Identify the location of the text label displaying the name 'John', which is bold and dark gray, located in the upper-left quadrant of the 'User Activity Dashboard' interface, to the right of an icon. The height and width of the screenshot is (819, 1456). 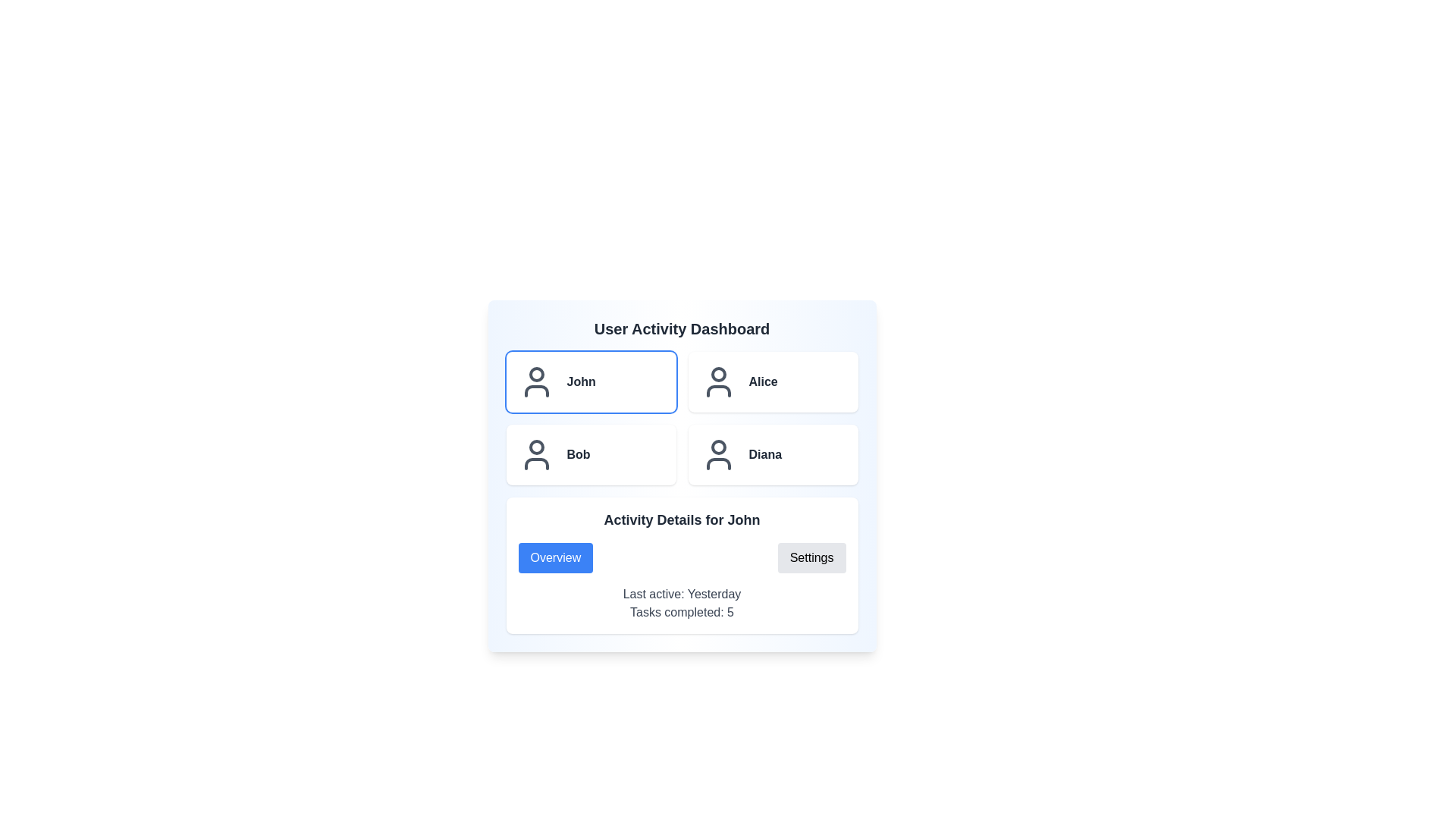
(580, 381).